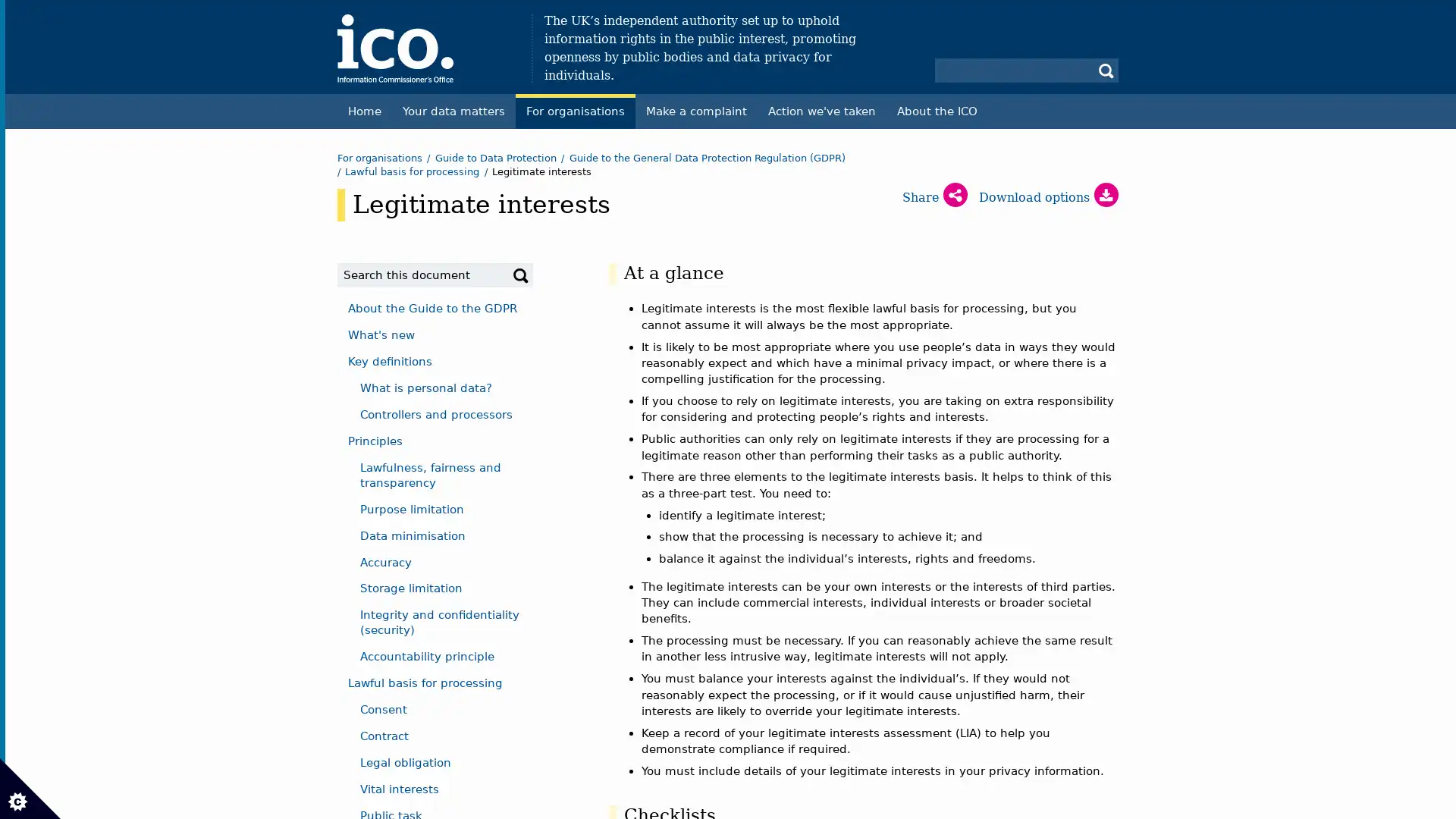  I want to click on Accept all cookies, so click(99, 197).